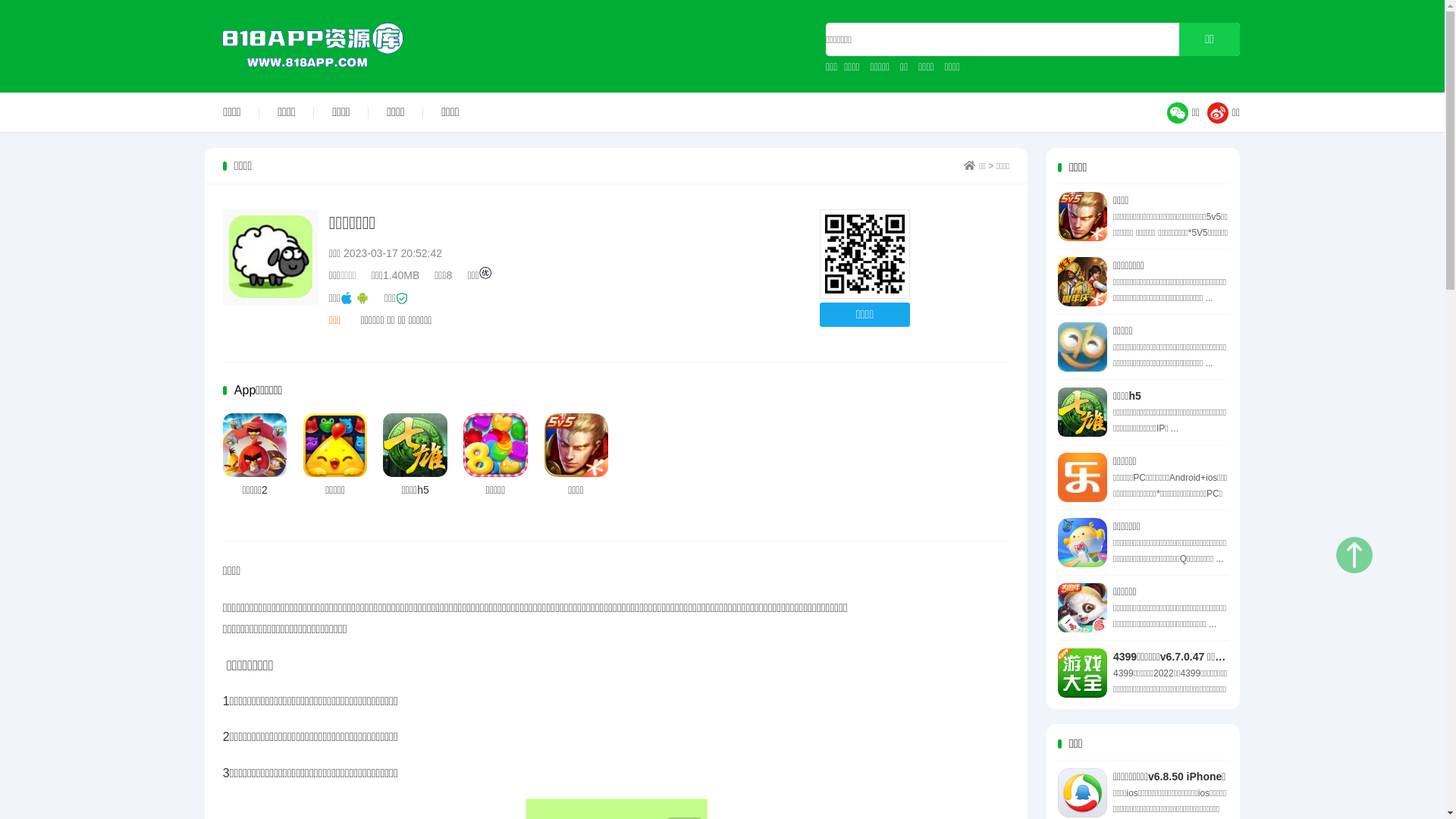 This screenshot has height=819, width=1456. I want to click on 'http://www.818app.com', so click(824, 253).